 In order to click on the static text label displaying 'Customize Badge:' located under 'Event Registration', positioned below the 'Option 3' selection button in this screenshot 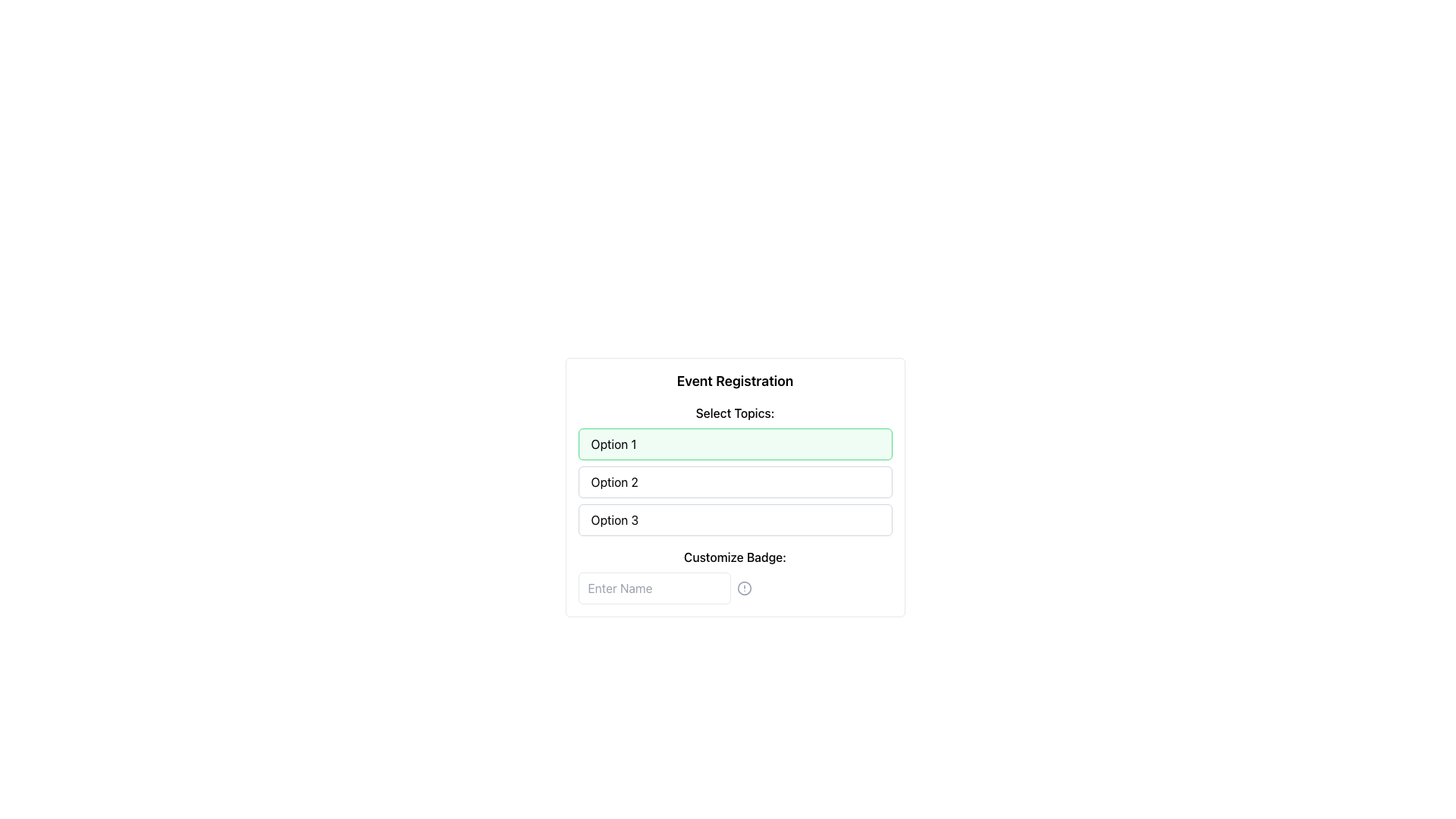, I will do `click(735, 557)`.